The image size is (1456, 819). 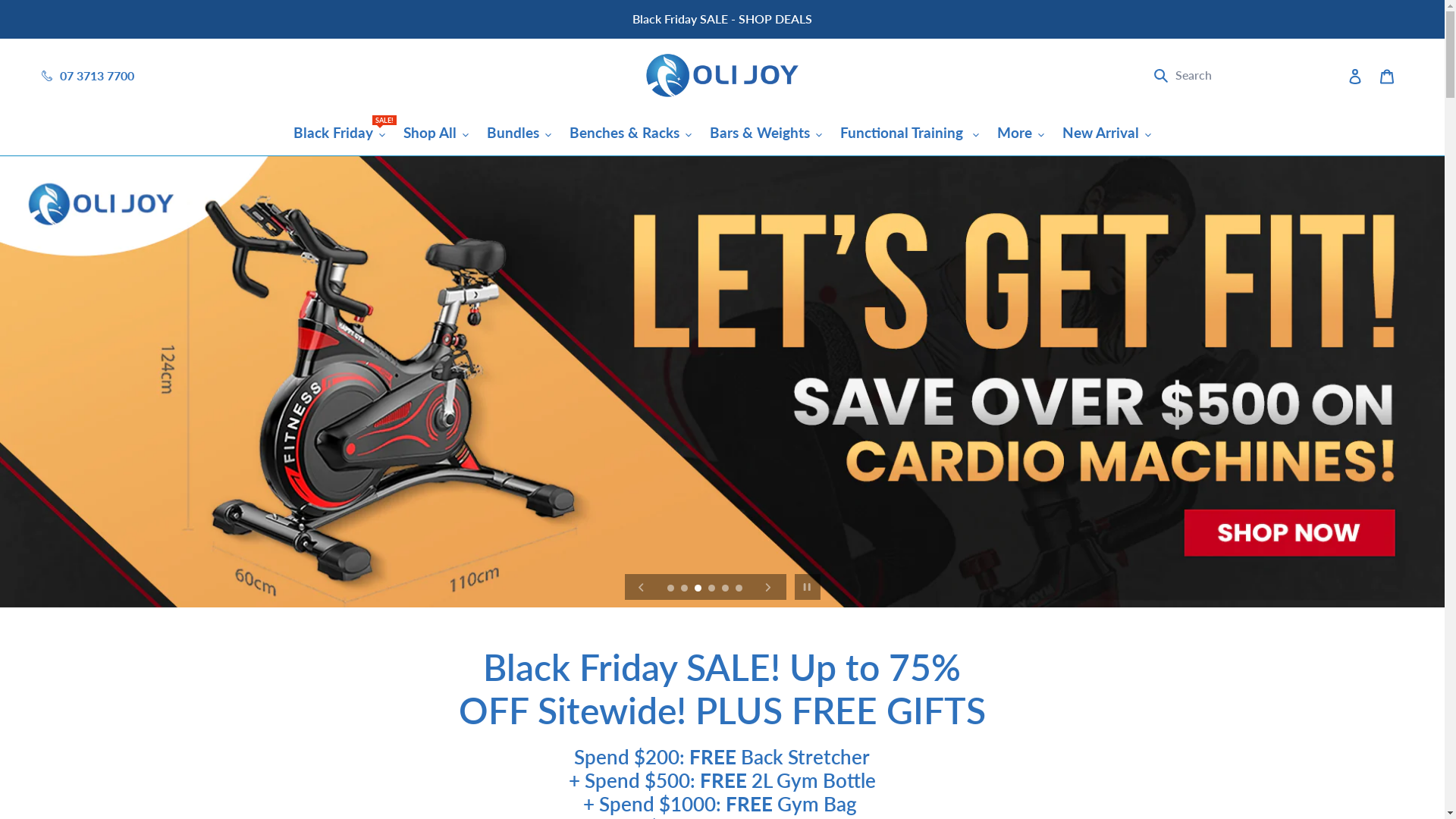 What do you see at coordinates (1106, 132) in the screenshot?
I see `'New Arrival'` at bounding box center [1106, 132].